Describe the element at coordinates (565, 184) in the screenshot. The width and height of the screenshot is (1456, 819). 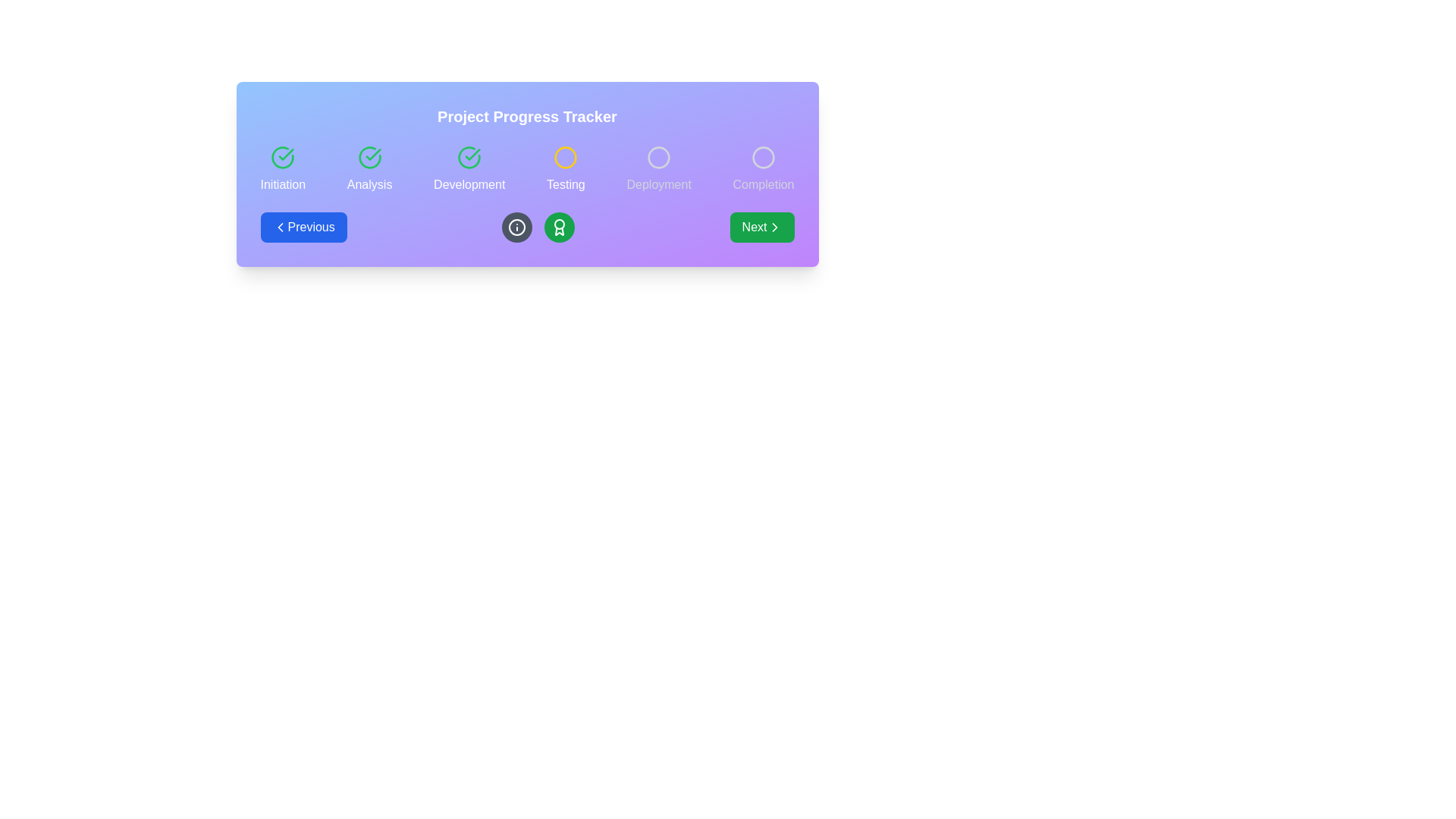
I see `the text label displaying 'Testing', which is centrally aligned below a yellow circular icon and positioned between 'Development' and 'Deployment' steps in the progress tracker` at that location.